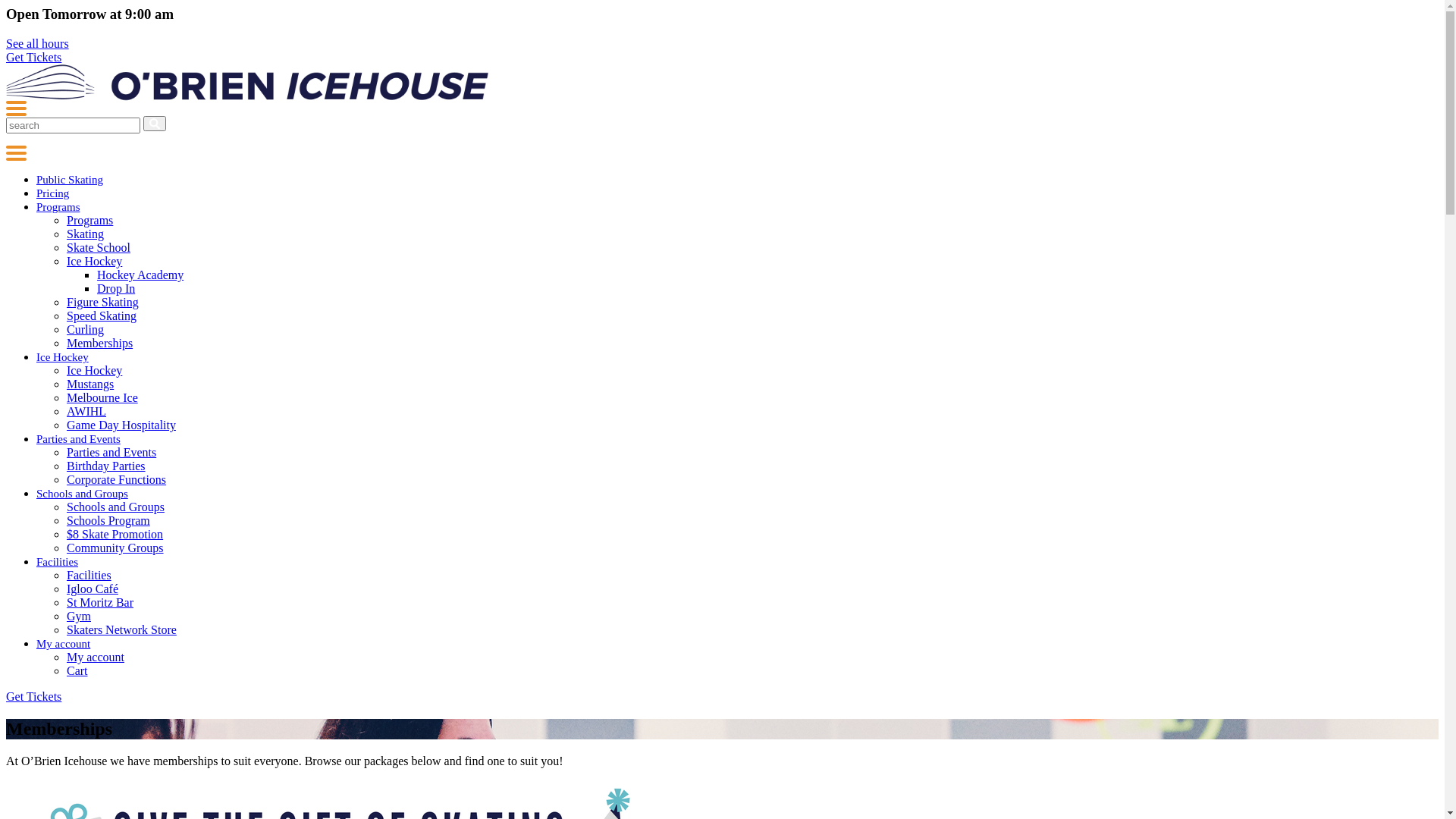 This screenshot has height=819, width=1456. Describe the element at coordinates (140, 275) in the screenshot. I see `'Hockey Academy'` at that location.